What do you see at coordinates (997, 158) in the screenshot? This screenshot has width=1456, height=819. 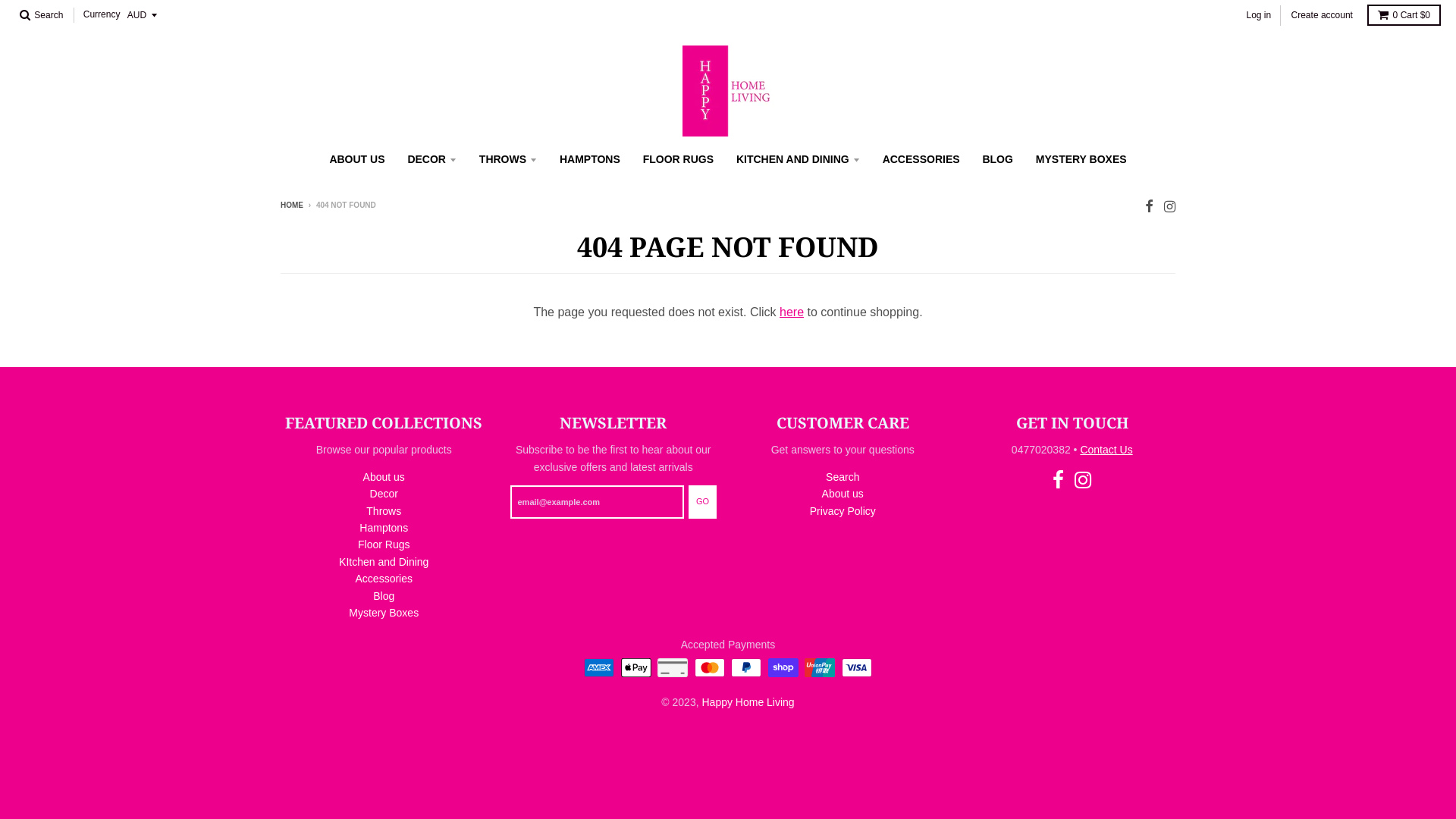 I see `'BLOG'` at bounding box center [997, 158].